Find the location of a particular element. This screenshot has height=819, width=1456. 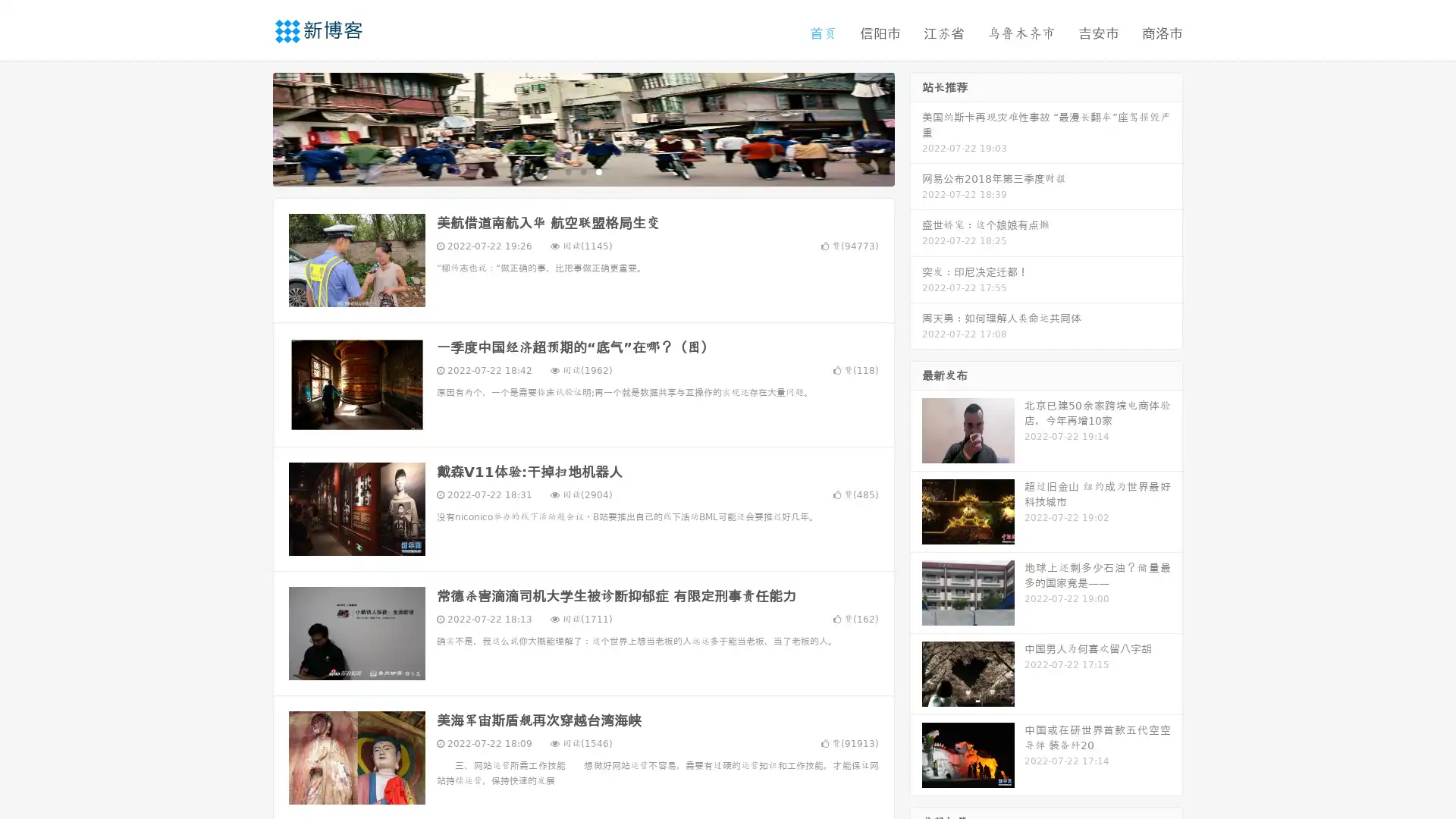

Next slide is located at coordinates (916, 127).